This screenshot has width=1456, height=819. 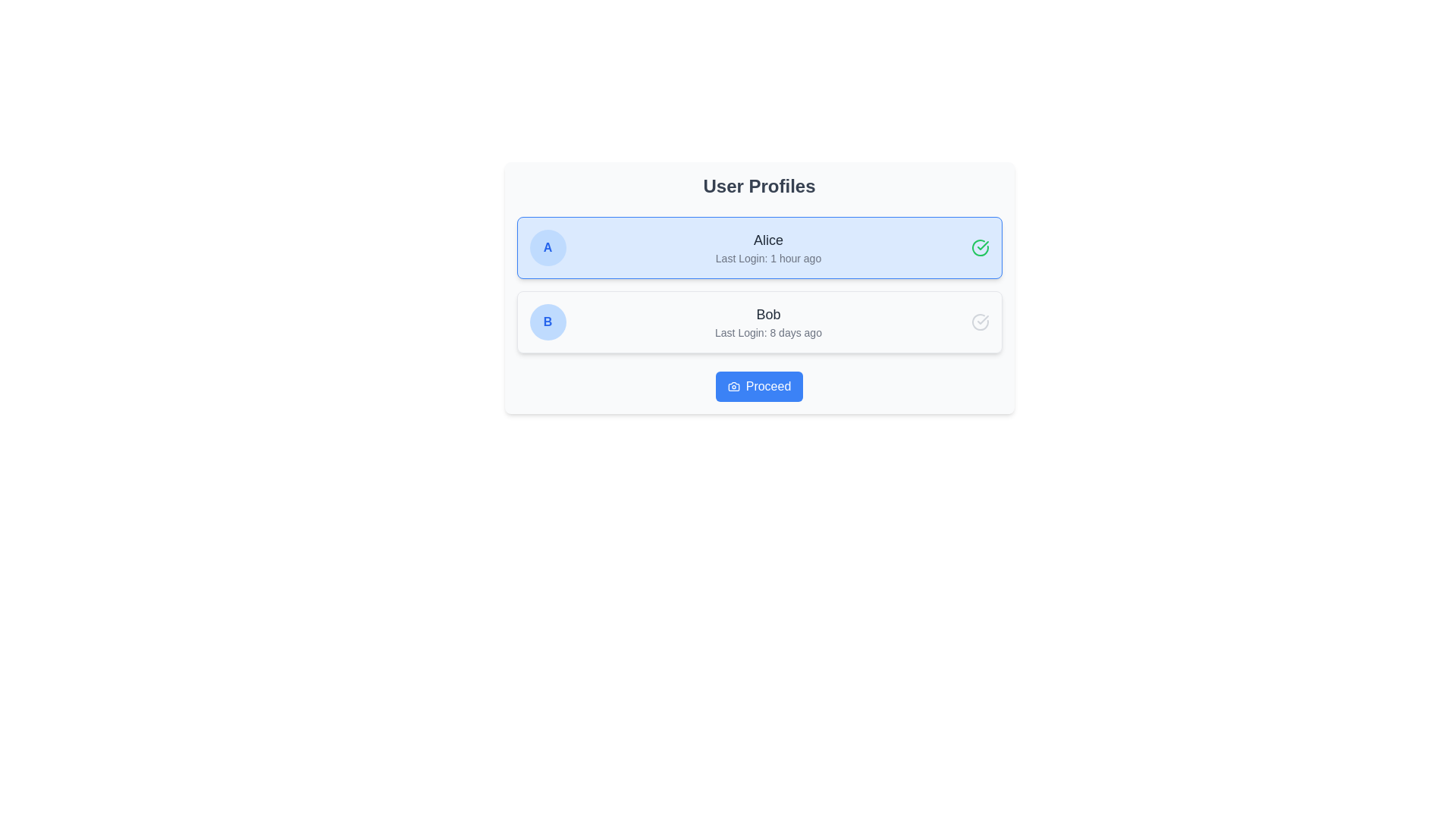 What do you see at coordinates (983, 245) in the screenshot?
I see `checkmark icon within the SVG graphic located to the right of the user card labeled 'Alice' using developer tools` at bounding box center [983, 245].